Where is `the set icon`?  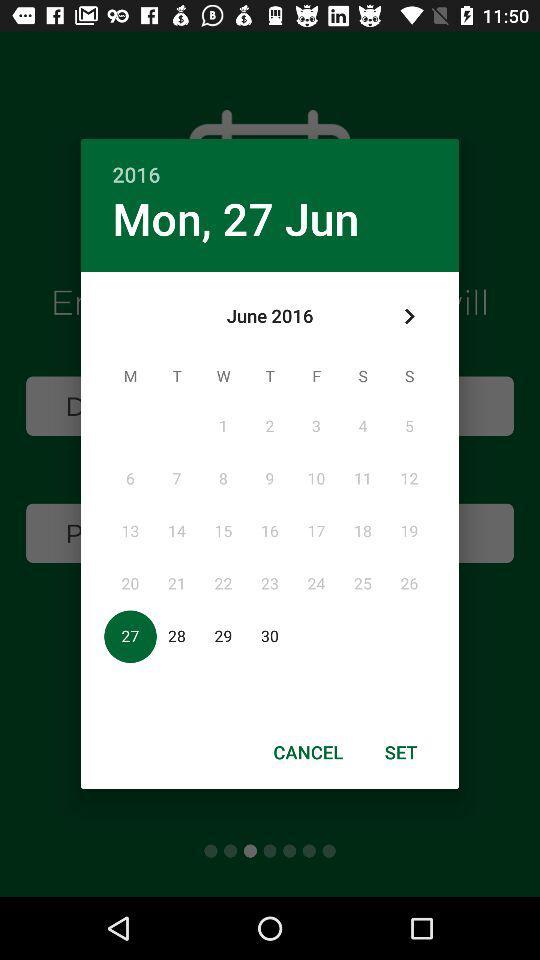
the set icon is located at coordinates (401, 751).